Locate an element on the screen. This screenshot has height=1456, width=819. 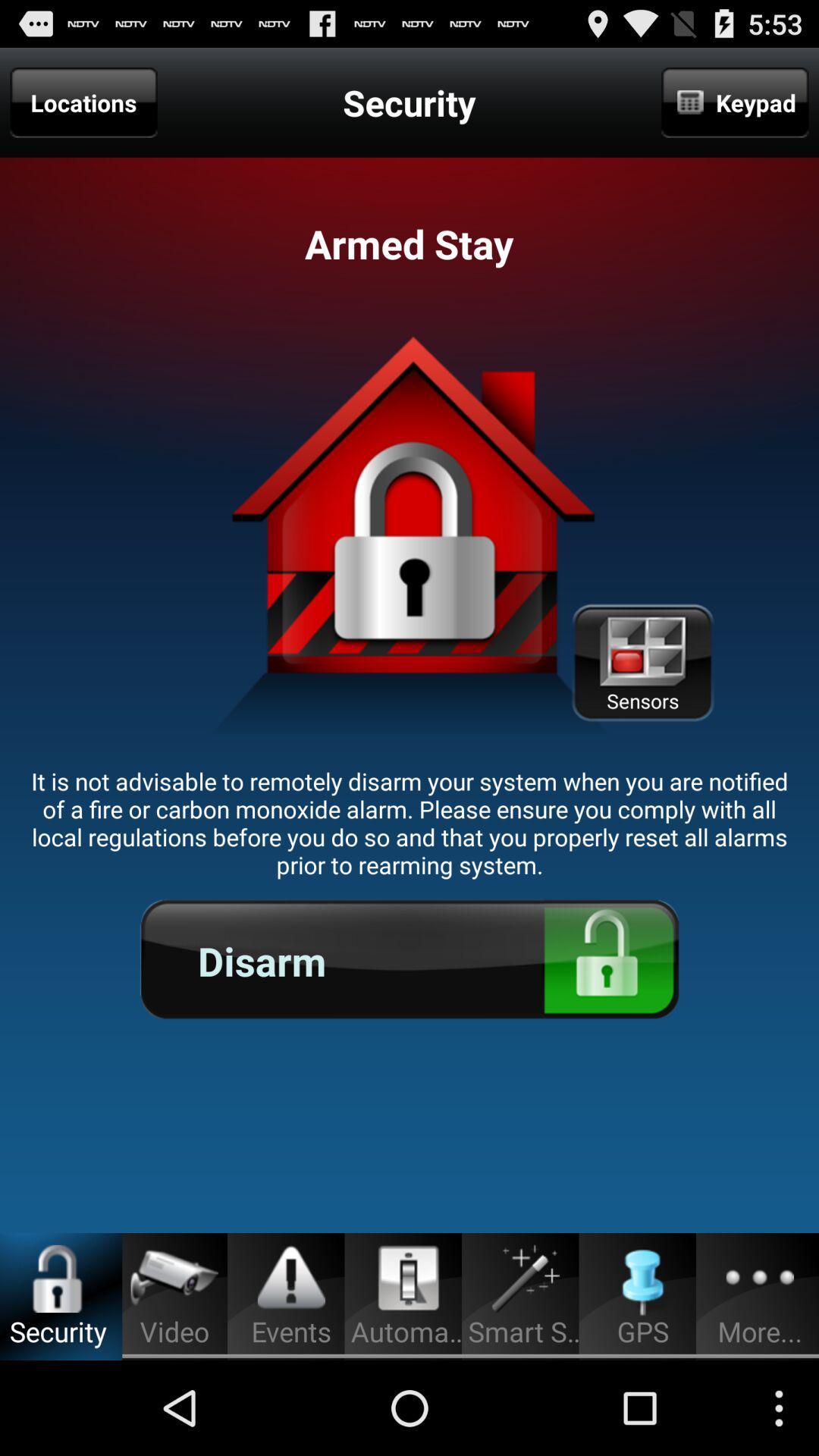
the last but one button in the bottom menu bar is located at coordinates (643, 1280).